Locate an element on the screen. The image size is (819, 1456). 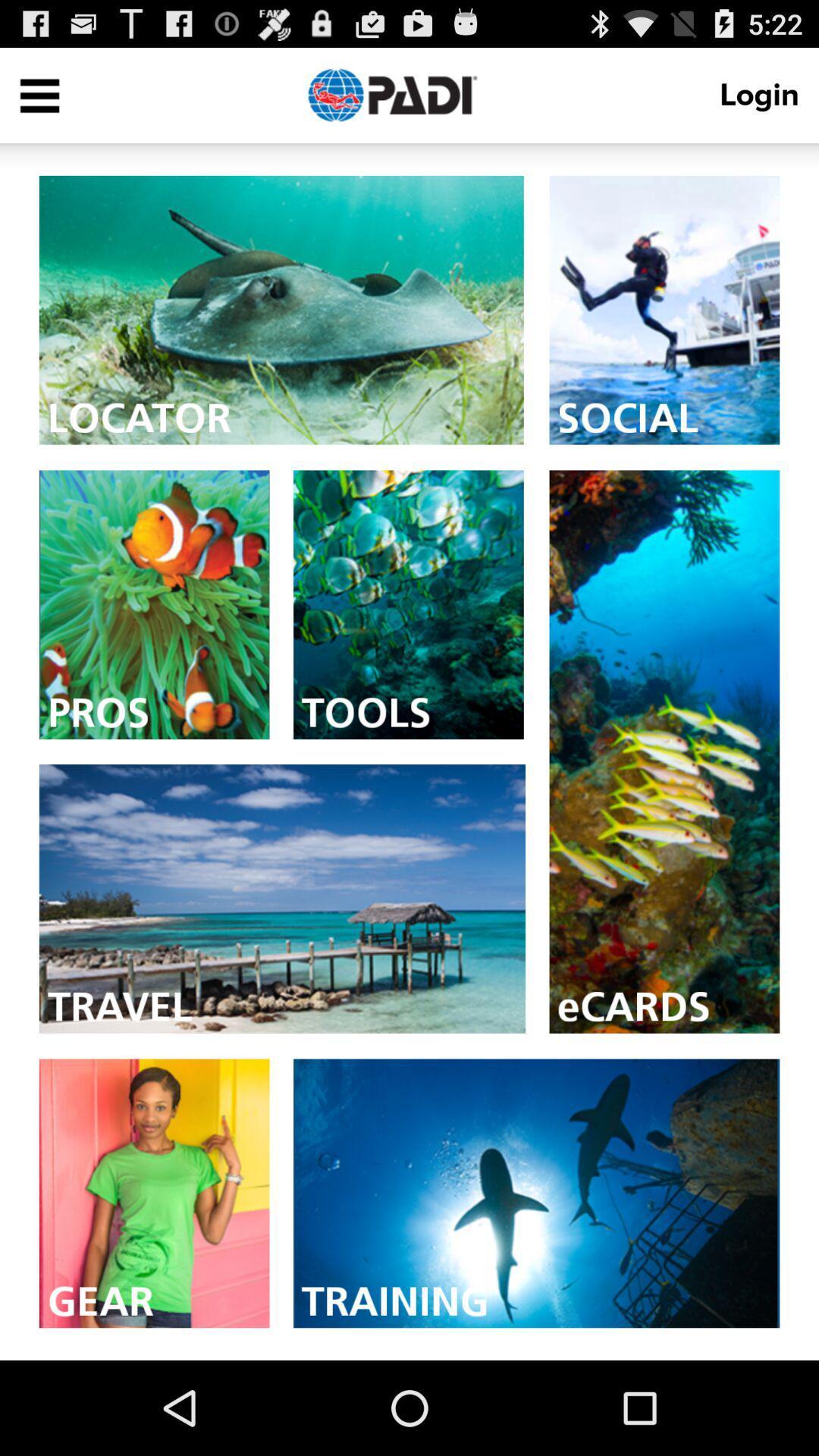
gear is located at coordinates (154, 1192).